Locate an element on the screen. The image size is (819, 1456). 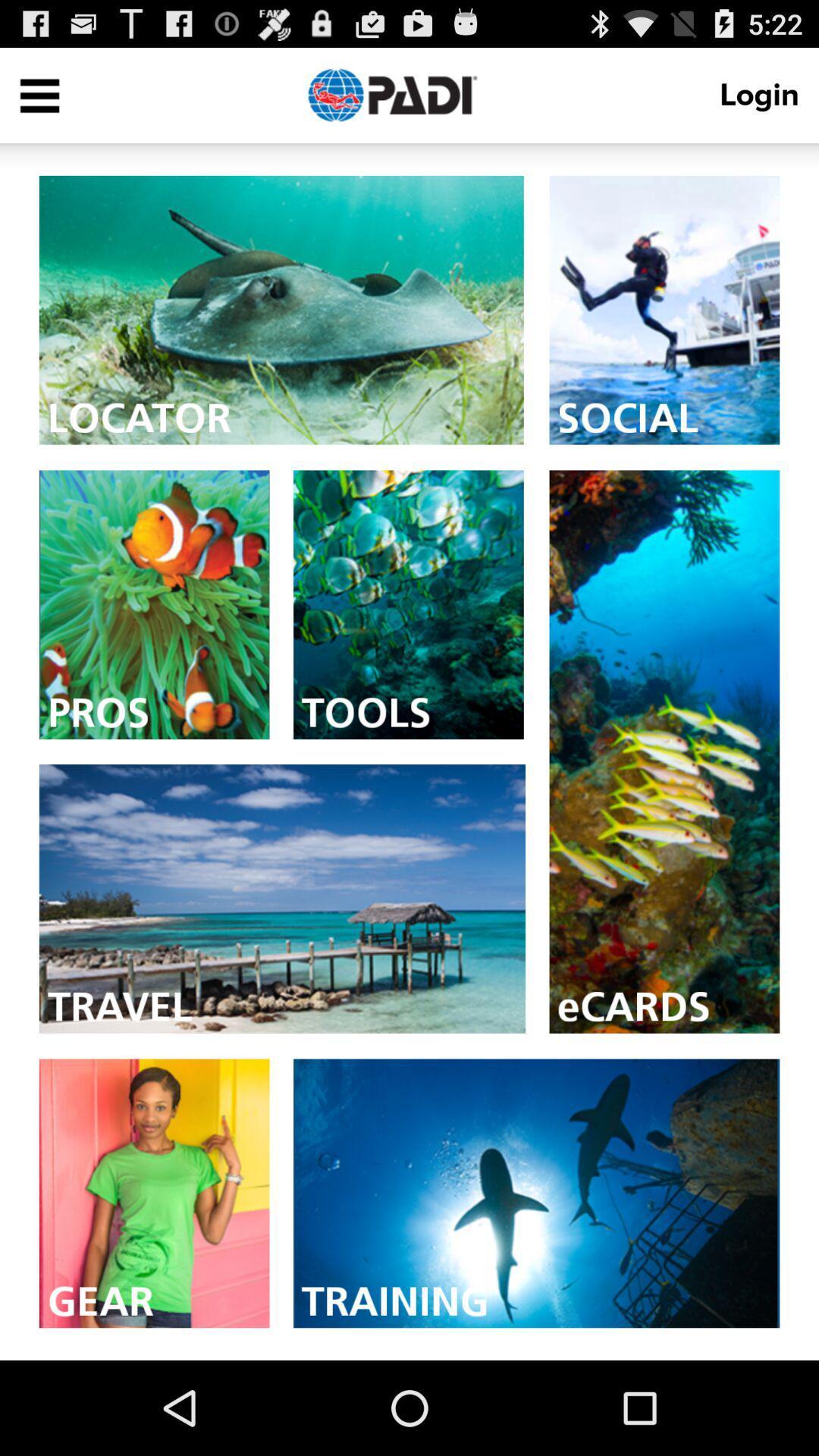
gear is located at coordinates (154, 1192).